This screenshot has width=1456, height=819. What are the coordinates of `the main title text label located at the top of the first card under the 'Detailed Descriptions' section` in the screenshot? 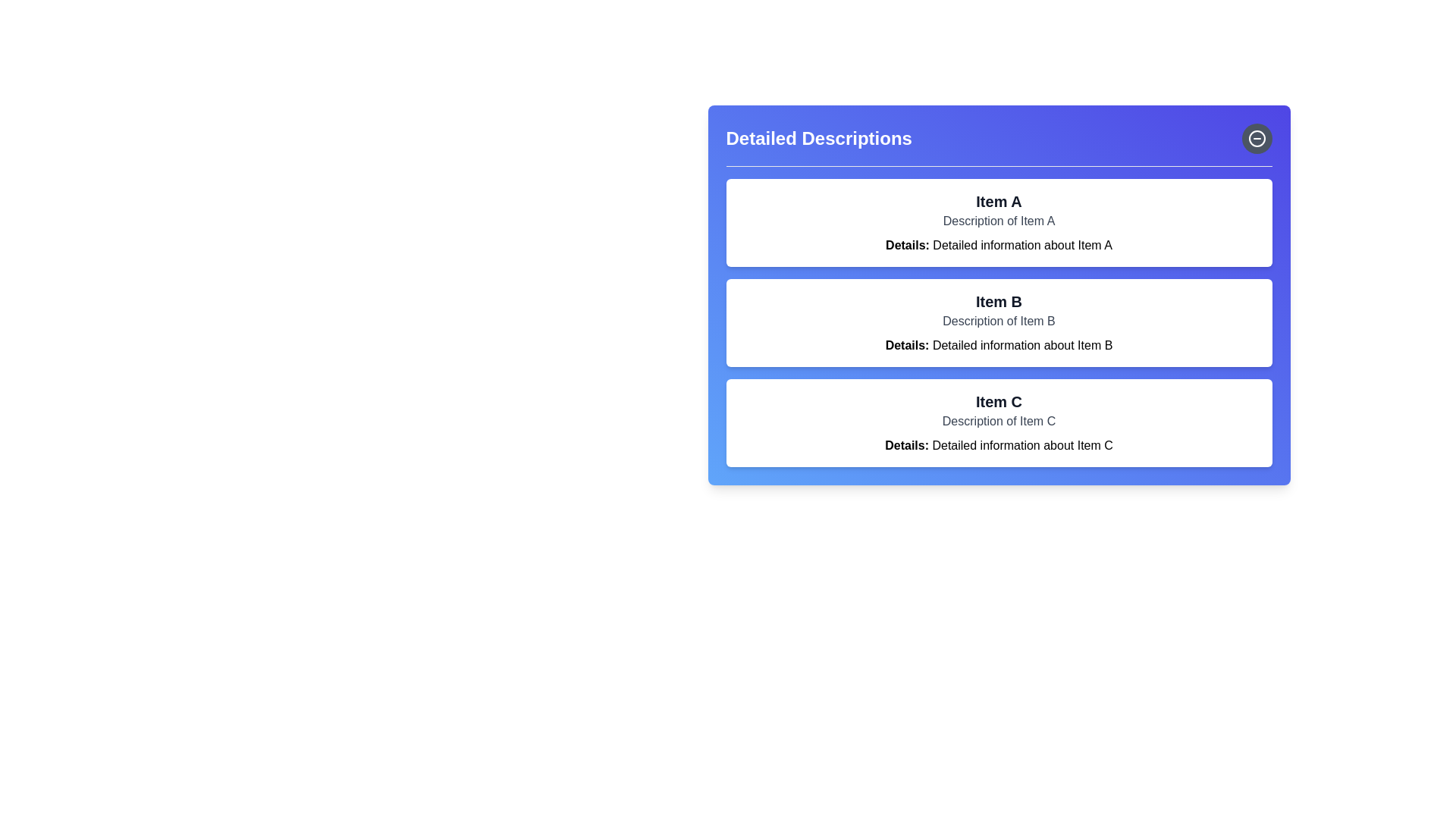 It's located at (999, 201).